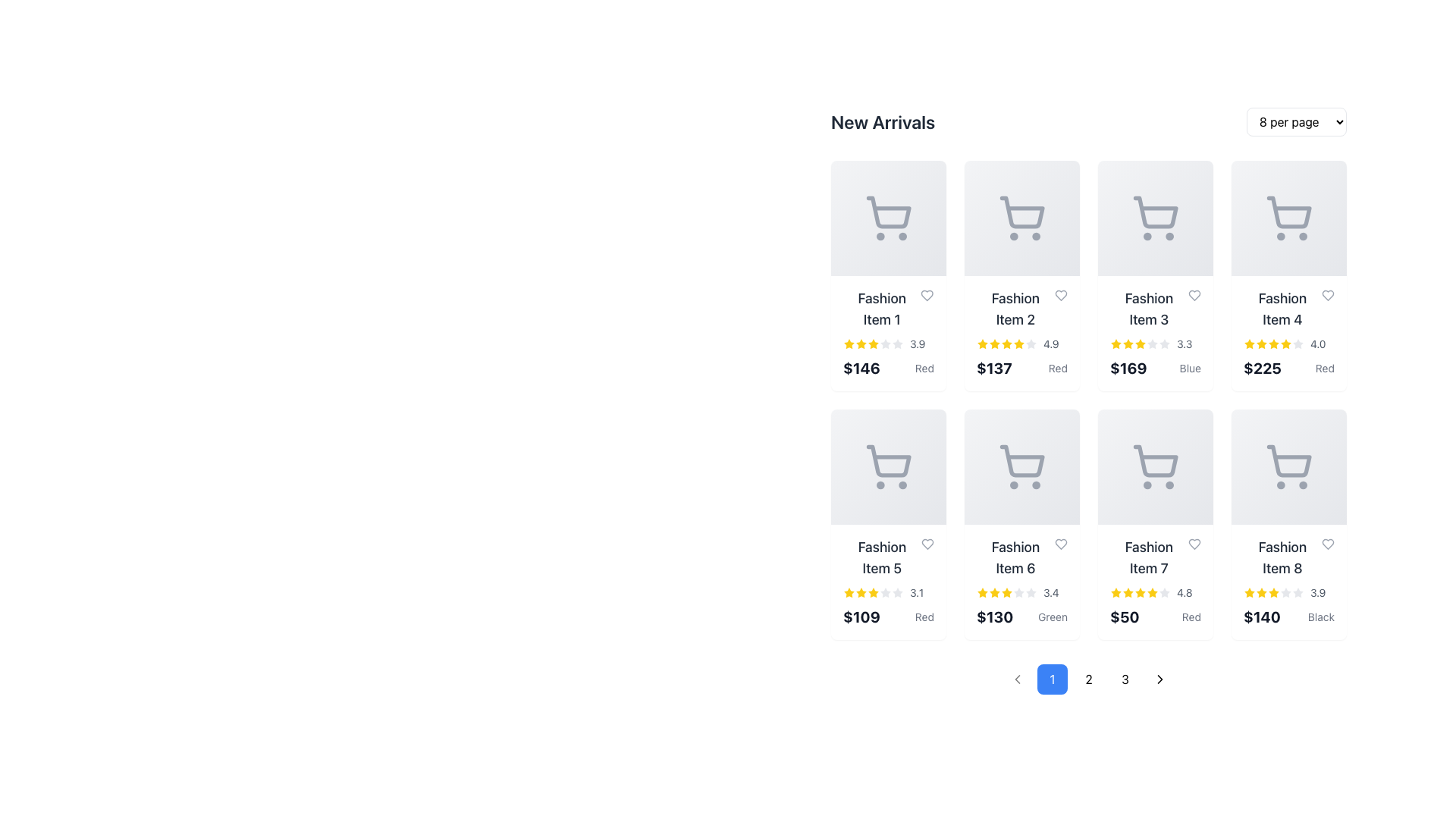  I want to click on the price text label located at the bottom right of the grid section for 'Fashion Item 8' in the 'New Arrivals' listing, so click(1262, 617).